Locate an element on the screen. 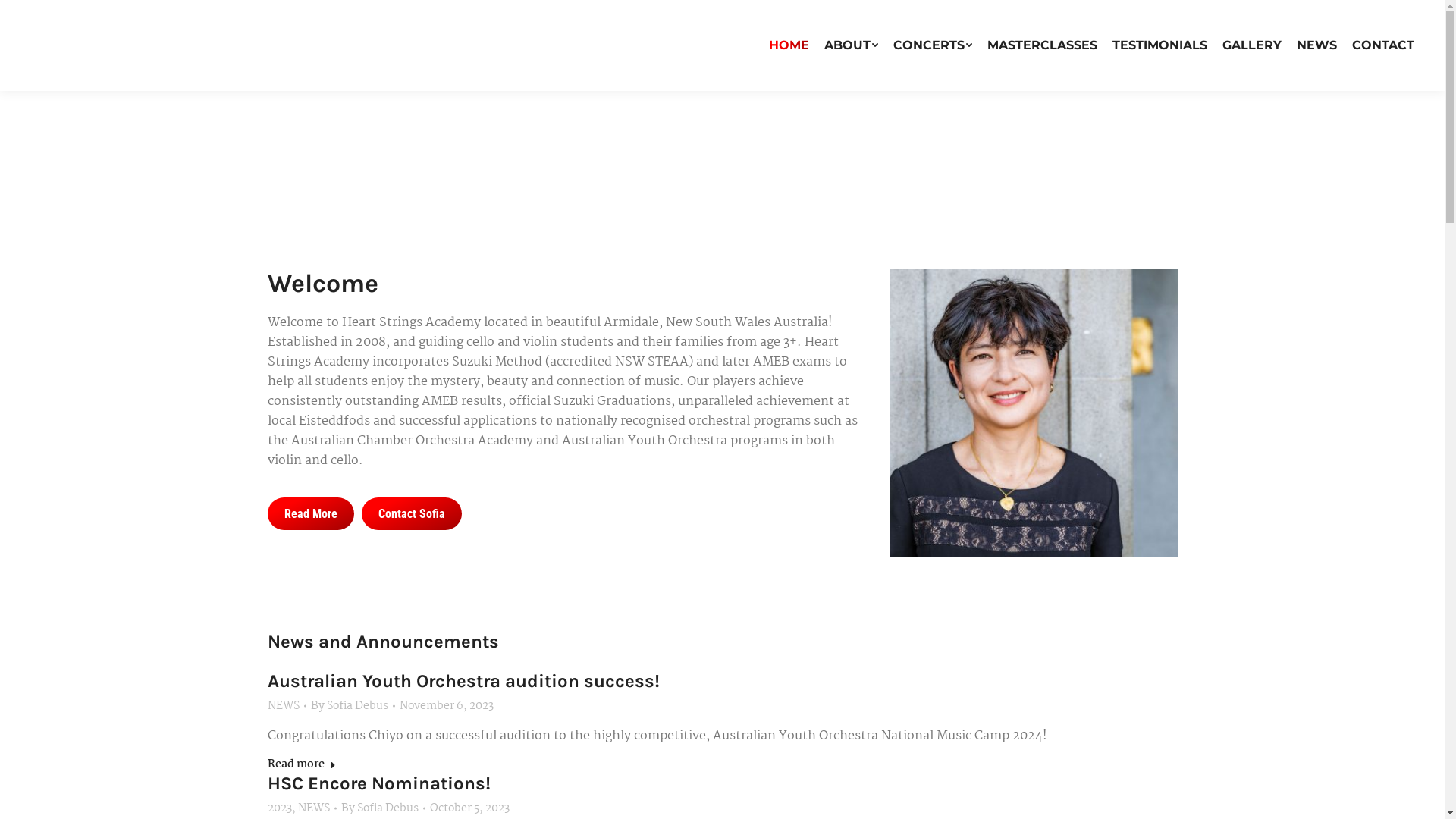 This screenshot has height=819, width=1456. 'ABOUT' is located at coordinates (851, 45).